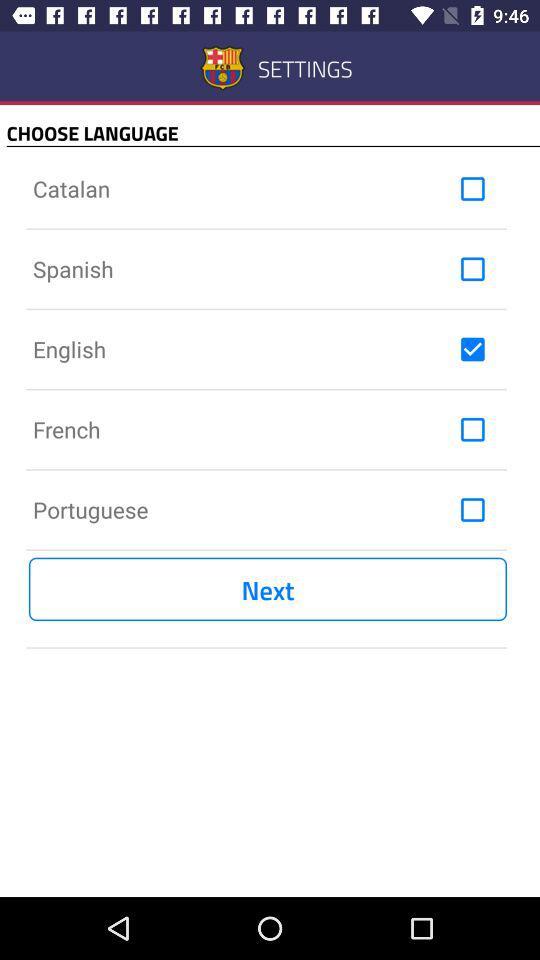 The width and height of the screenshot is (540, 960). Describe the element at coordinates (472, 189) in the screenshot. I see `search` at that location.